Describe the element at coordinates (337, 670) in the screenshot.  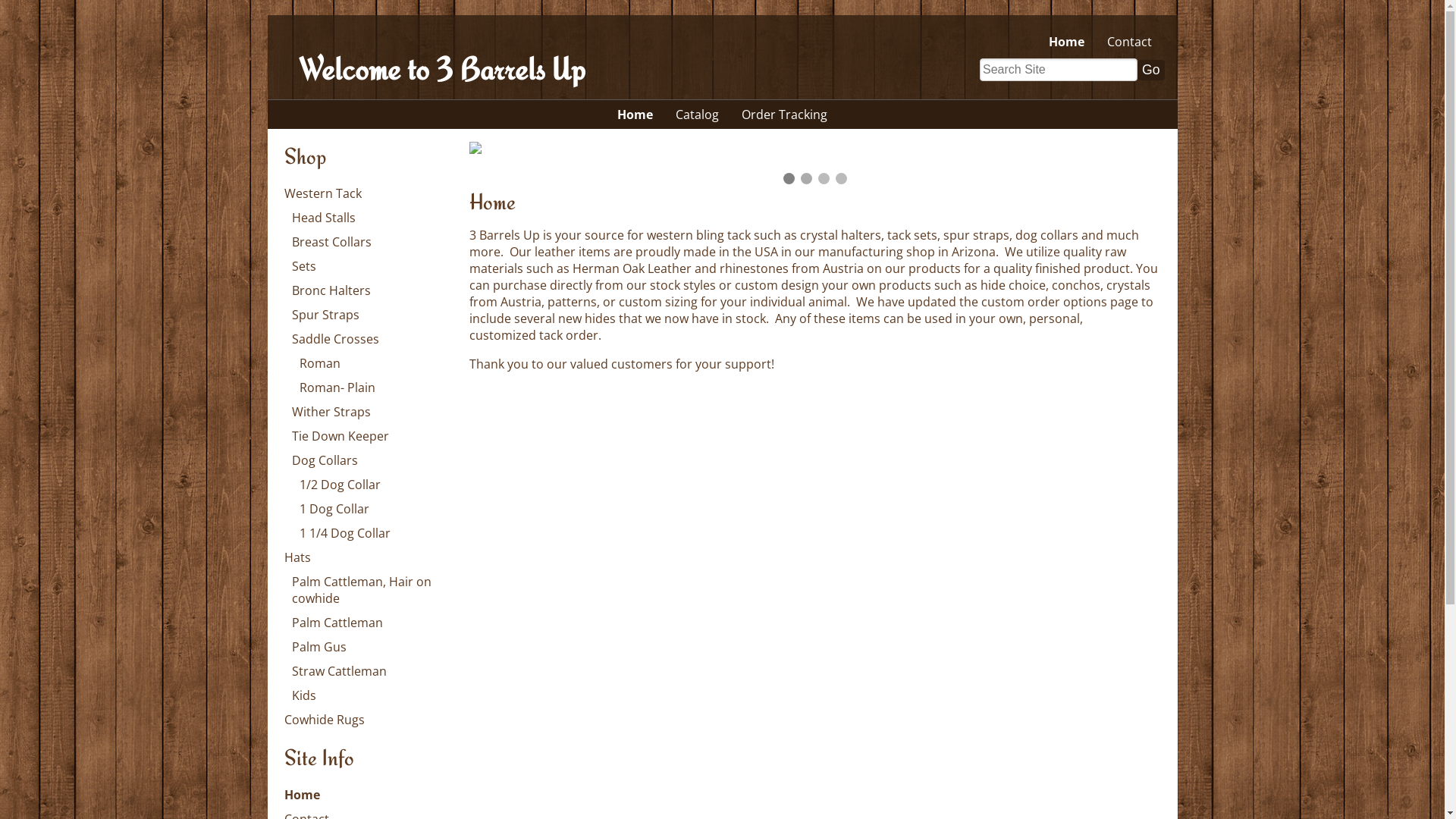
I see `'Straw Cattleman'` at that location.